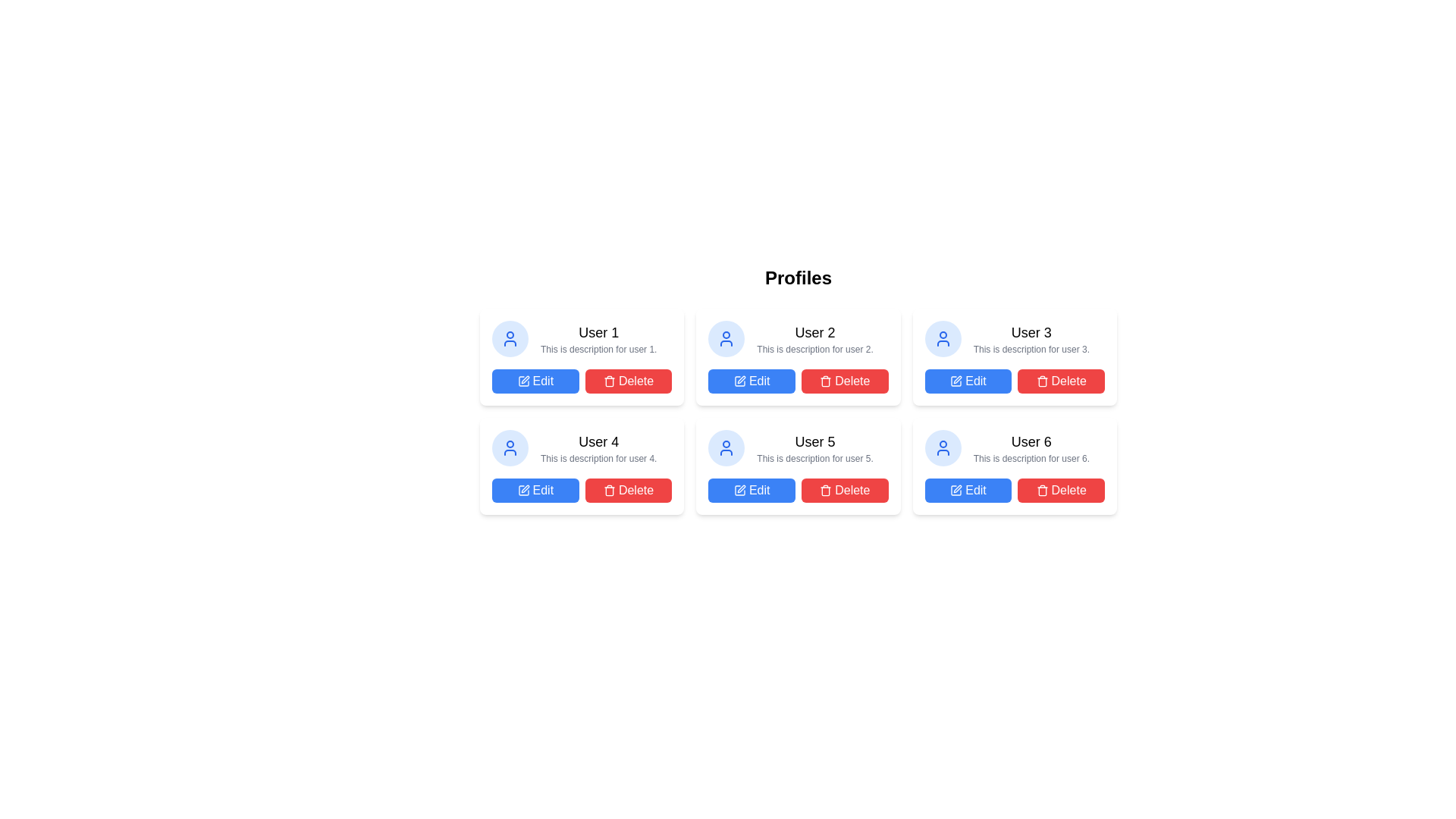  Describe the element at coordinates (942, 338) in the screenshot. I see `the user profile icon for 'User 3' located in the top-right card, positioned left of the 'Edit' and 'Delete' buttons` at that location.